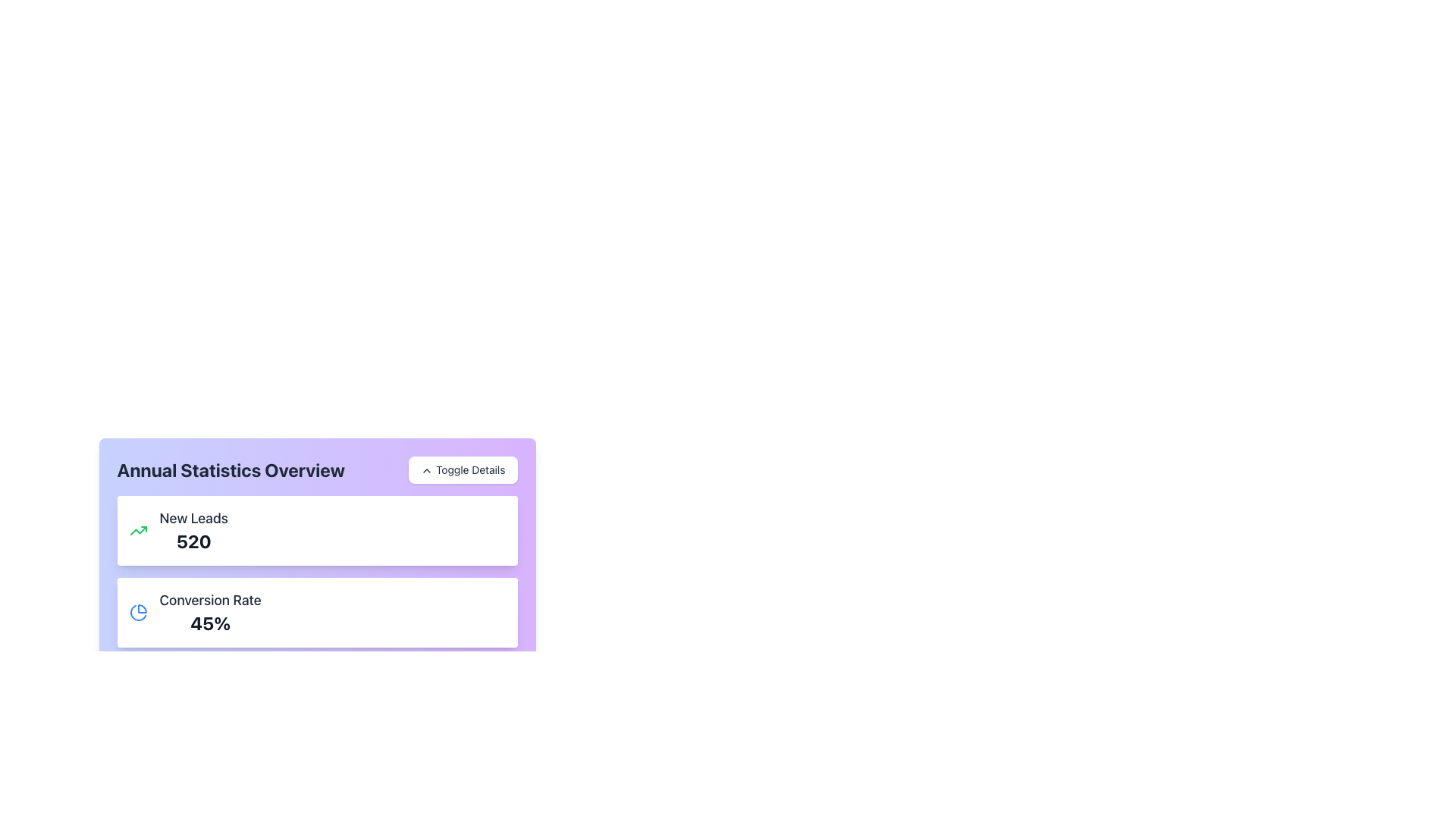  I want to click on the Information Card that displays the conversion rate metric, positioned between the 'New Leads' card and the 'Average Time' card in the 'Annual Statistics Overview' section, so click(316, 611).